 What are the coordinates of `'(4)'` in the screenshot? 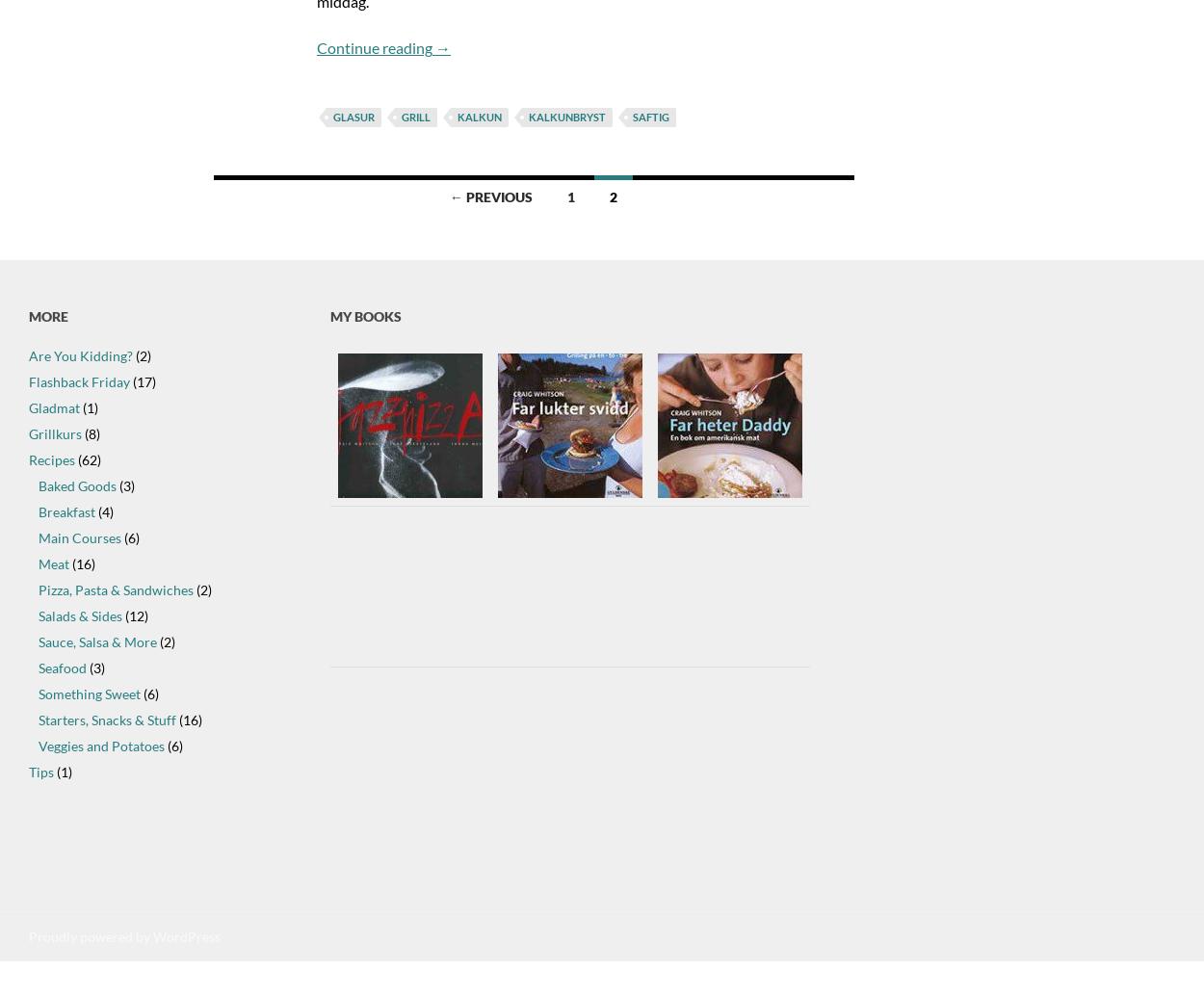 It's located at (103, 511).